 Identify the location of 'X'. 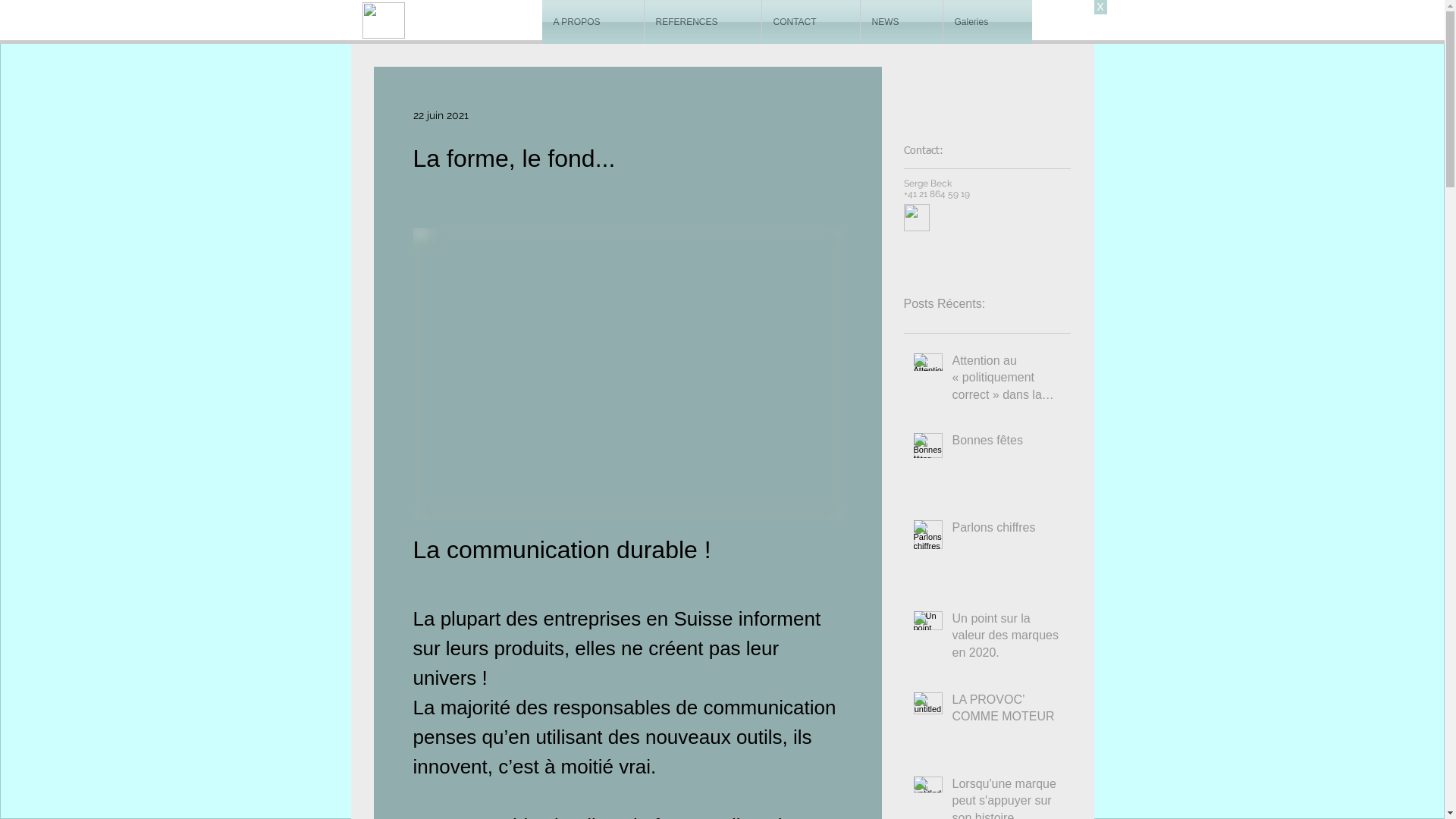
(1100, 7).